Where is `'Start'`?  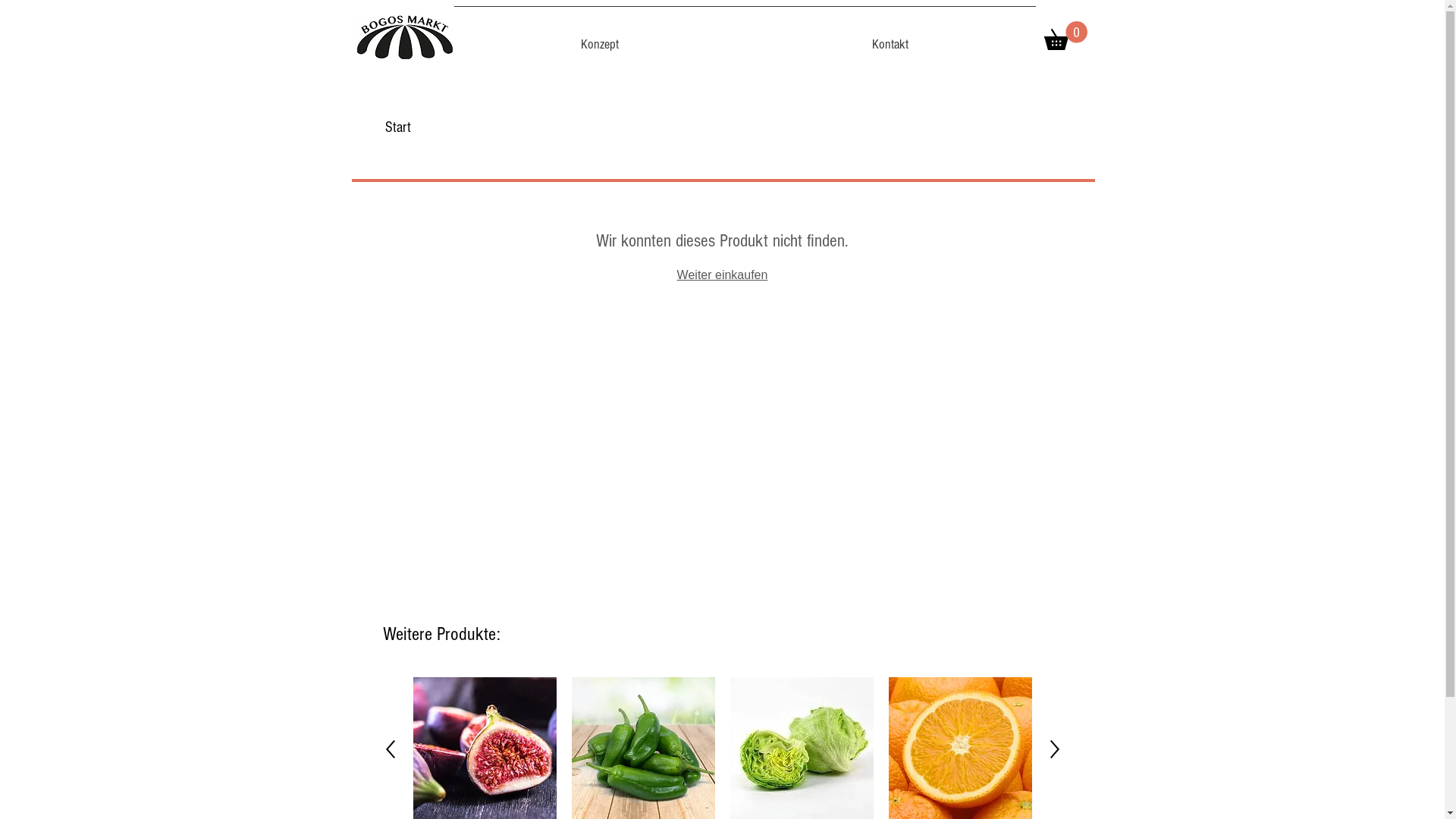 'Start' is located at coordinates (397, 127).